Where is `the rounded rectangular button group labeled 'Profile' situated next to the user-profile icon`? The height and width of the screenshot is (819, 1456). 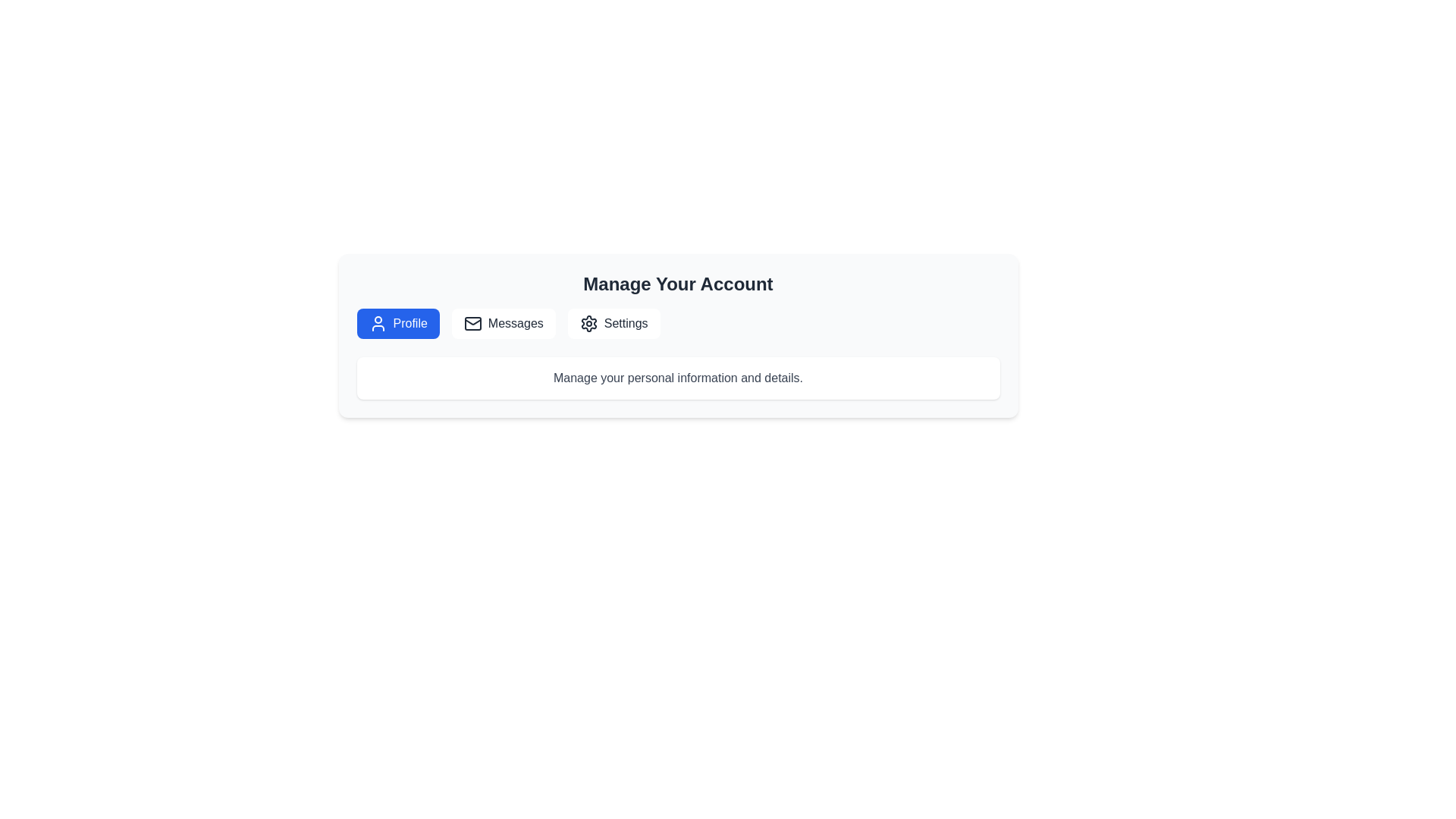
the rounded rectangular button group labeled 'Profile' situated next to the user-profile icon is located at coordinates (410, 323).